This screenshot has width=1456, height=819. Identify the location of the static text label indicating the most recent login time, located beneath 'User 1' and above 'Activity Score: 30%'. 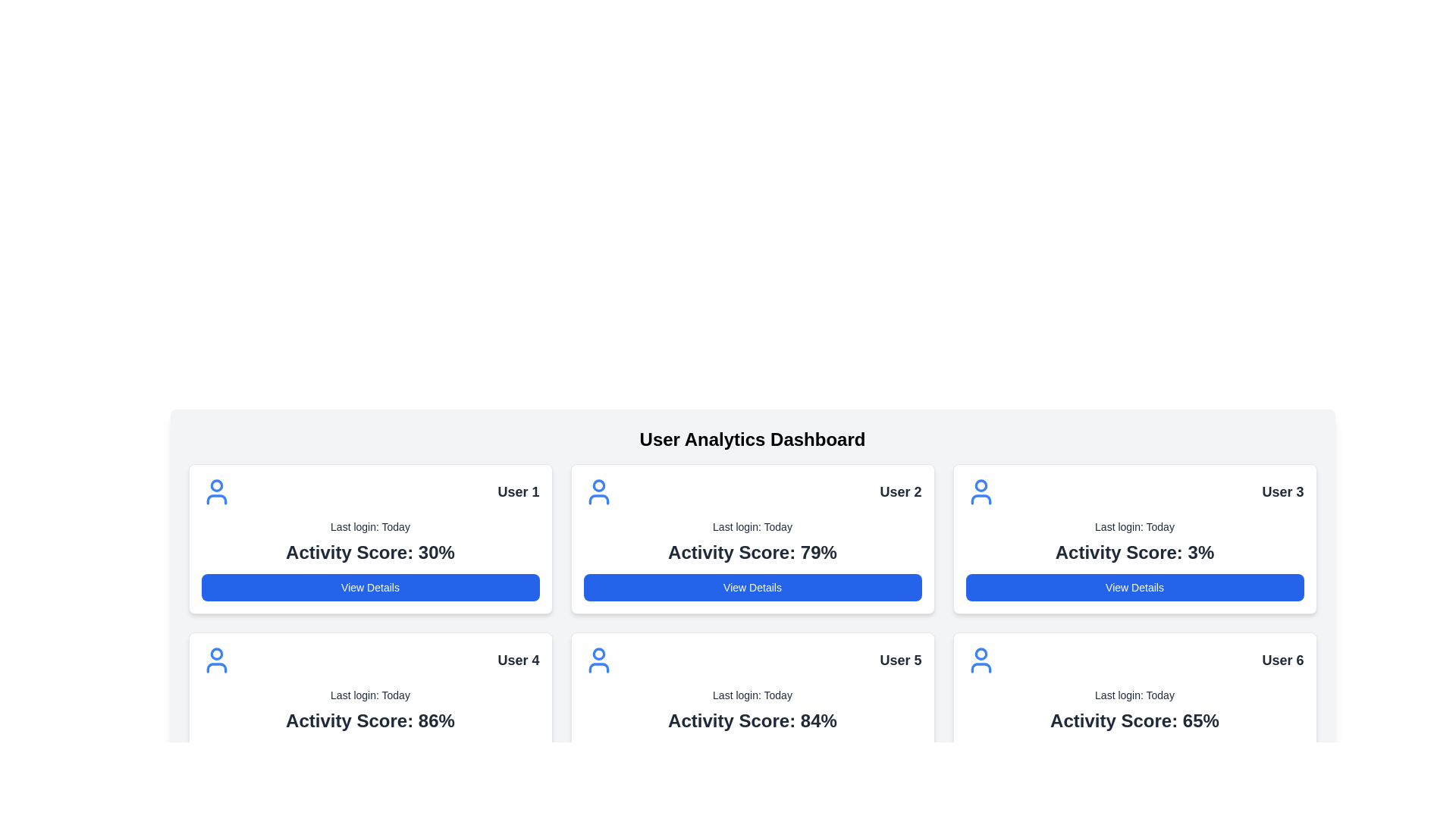
(370, 526).